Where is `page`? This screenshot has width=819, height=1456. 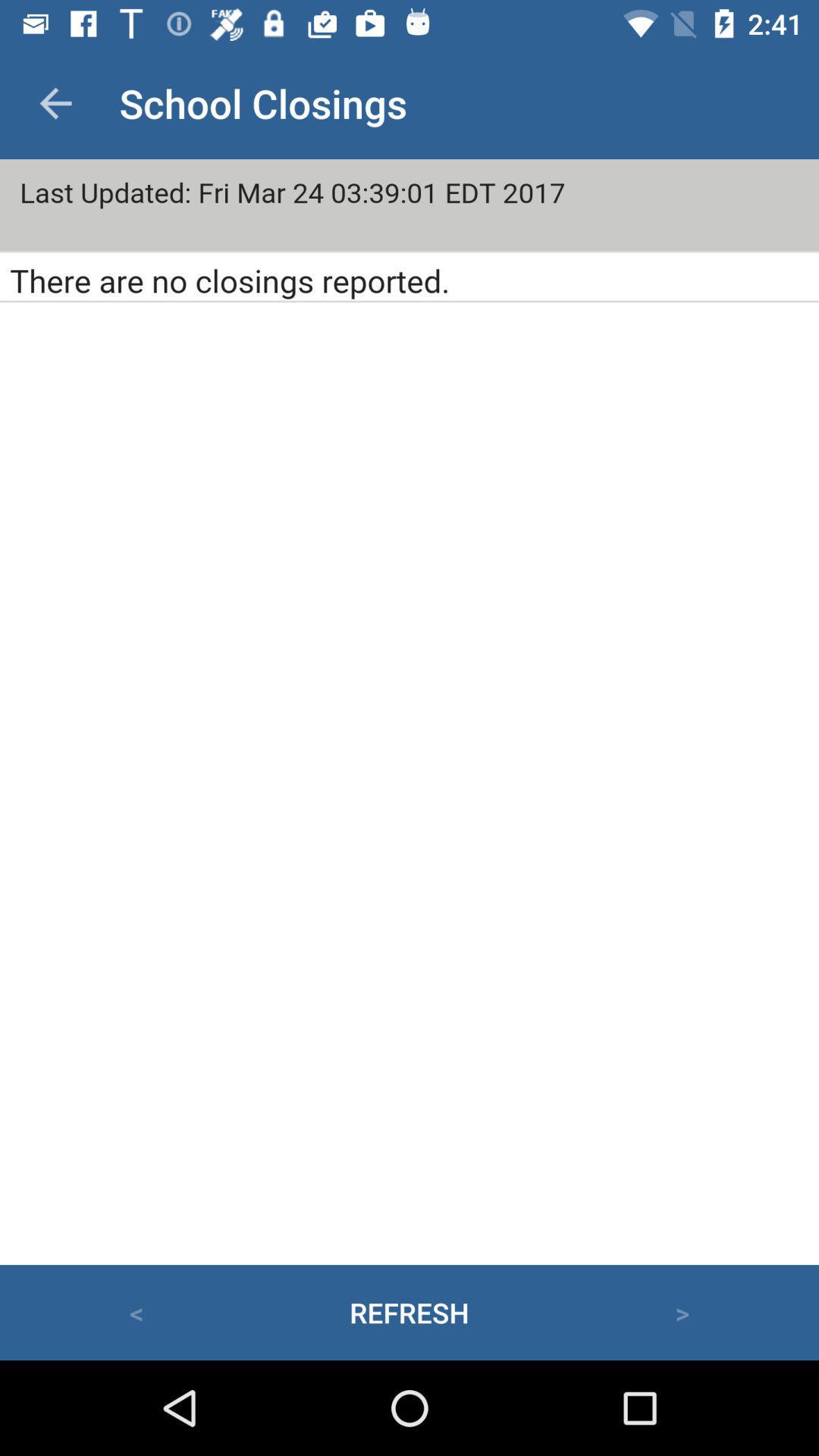 page is located at coordinates (409, 711).